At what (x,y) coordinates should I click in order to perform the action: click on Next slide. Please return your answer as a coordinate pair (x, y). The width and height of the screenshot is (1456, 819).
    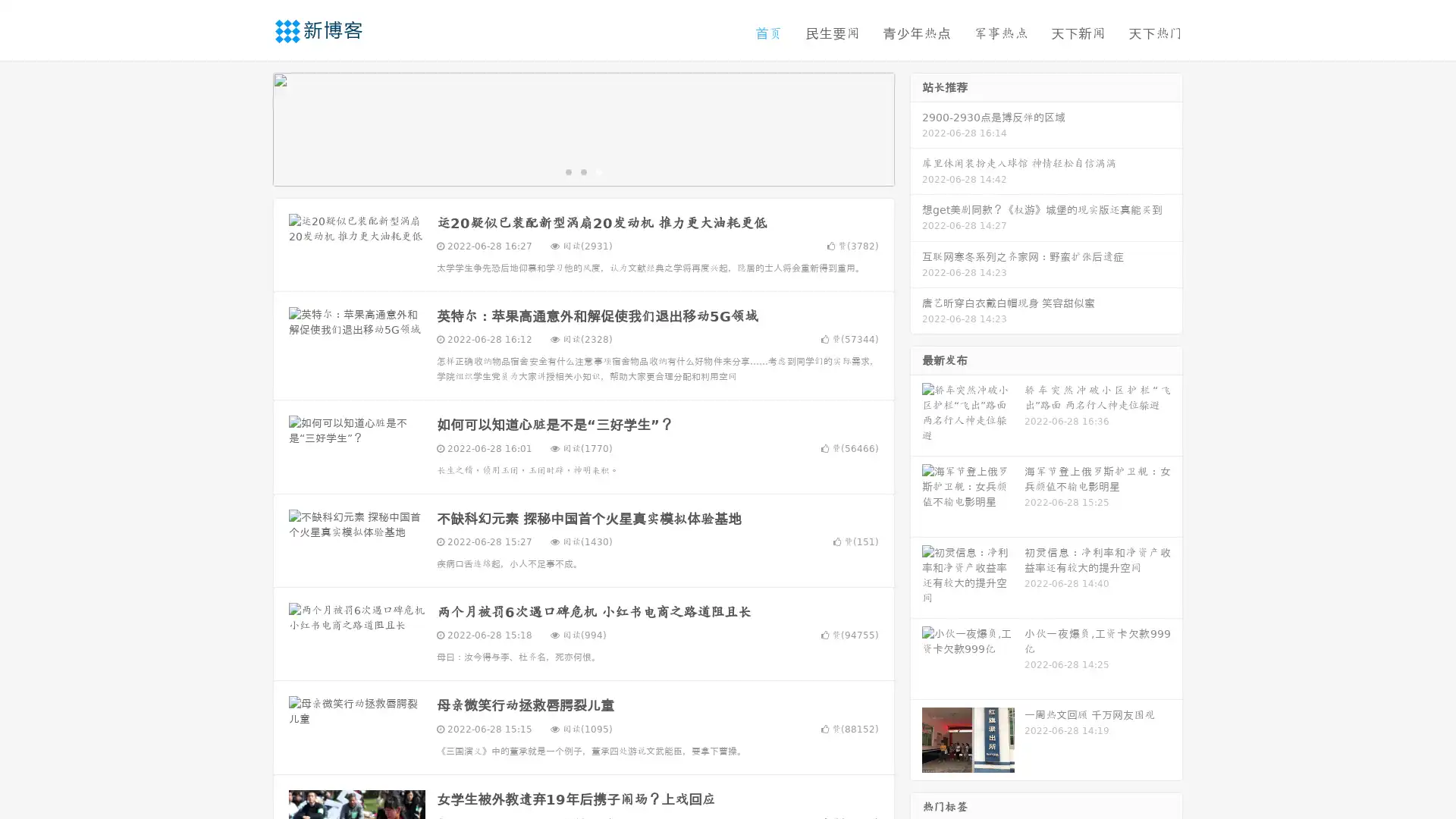
    Looking at the image, I should click on (916, 127).